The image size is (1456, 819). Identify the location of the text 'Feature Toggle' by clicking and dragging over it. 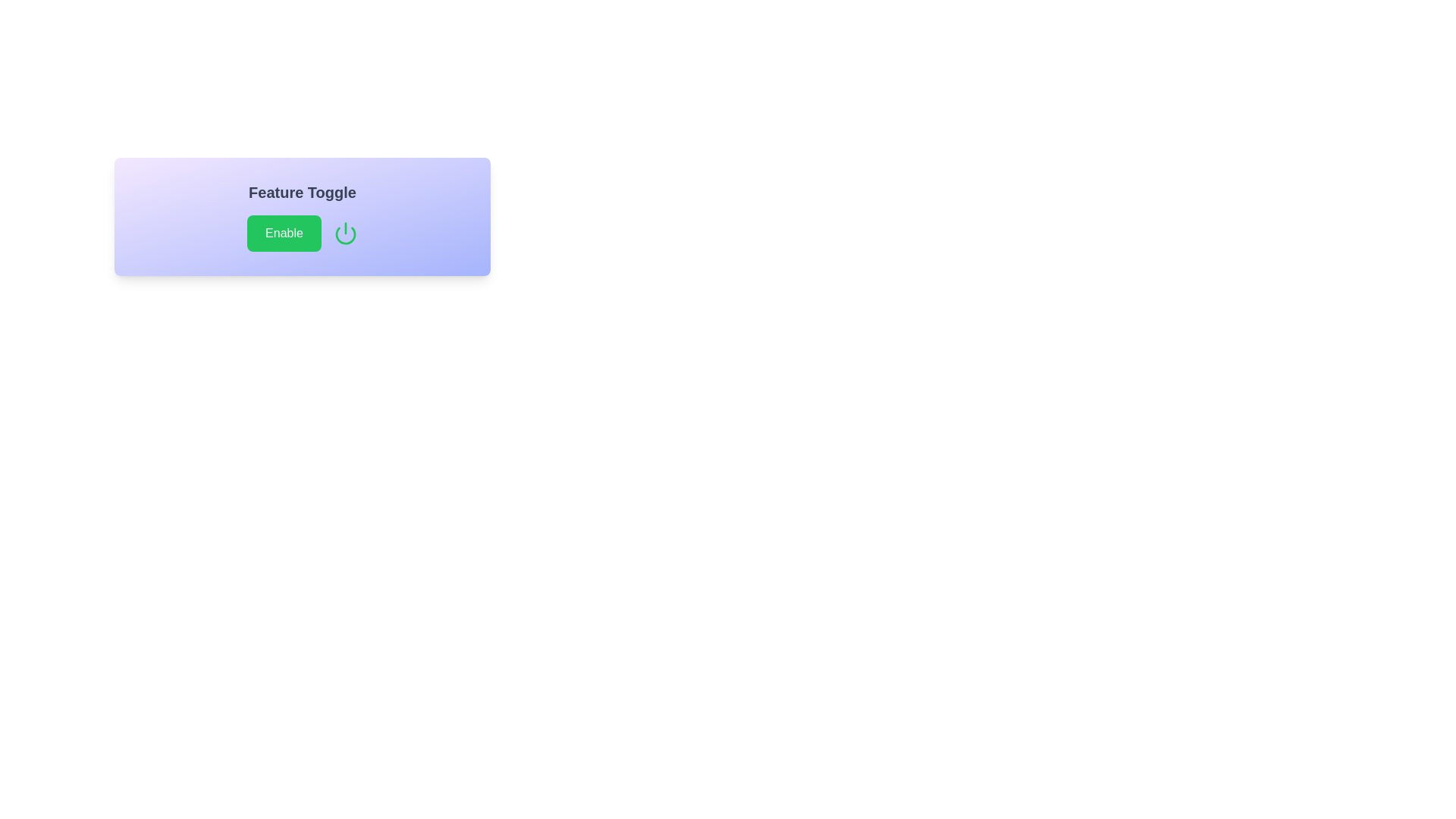
(248, 180).